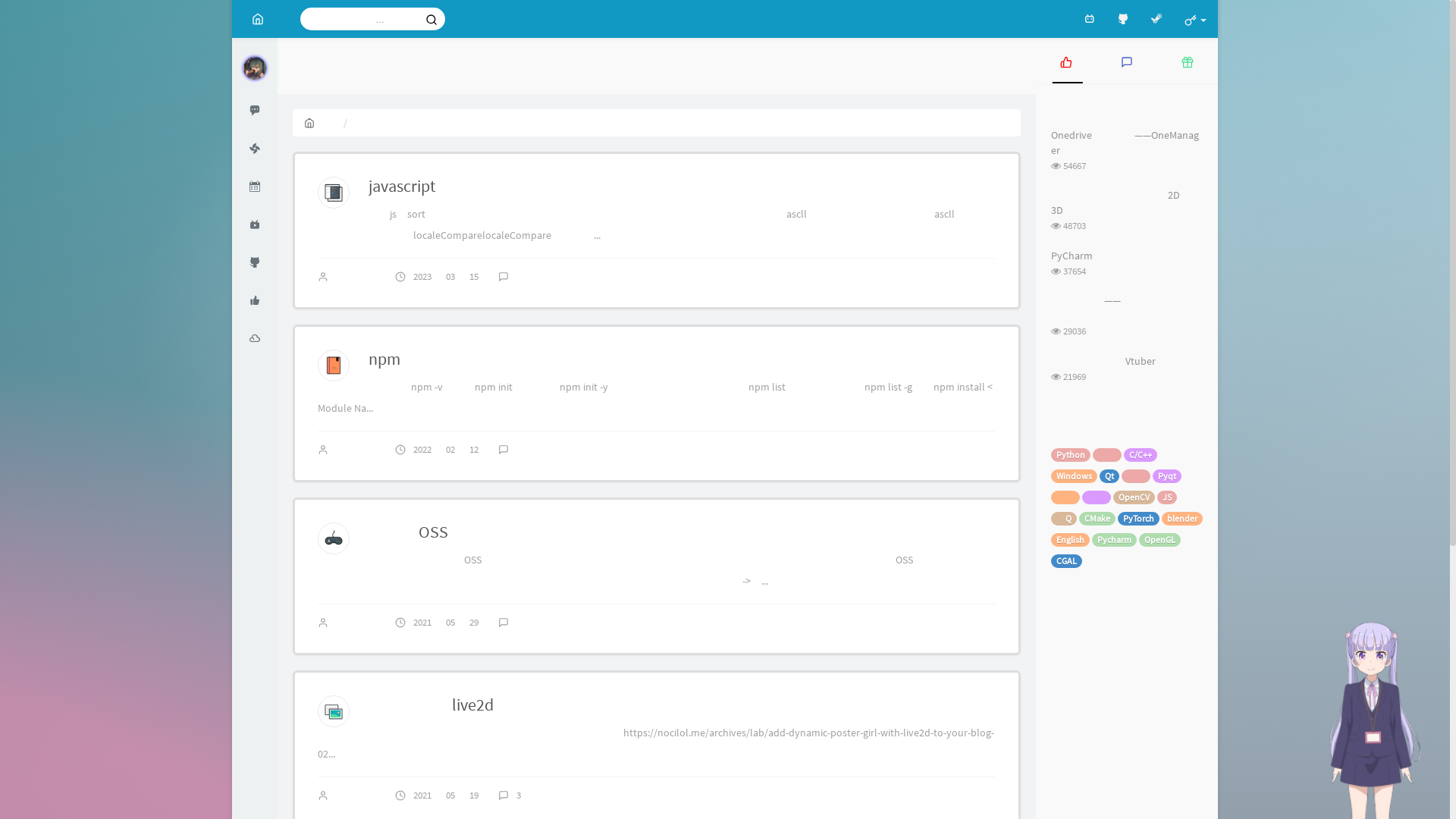 Image resolution: width=1456 pixels, height=819 pixels. What do you see at coordinates (1099, 475) in the screenshot?
I see `'Qt'` at bounding box center [1099, 475].